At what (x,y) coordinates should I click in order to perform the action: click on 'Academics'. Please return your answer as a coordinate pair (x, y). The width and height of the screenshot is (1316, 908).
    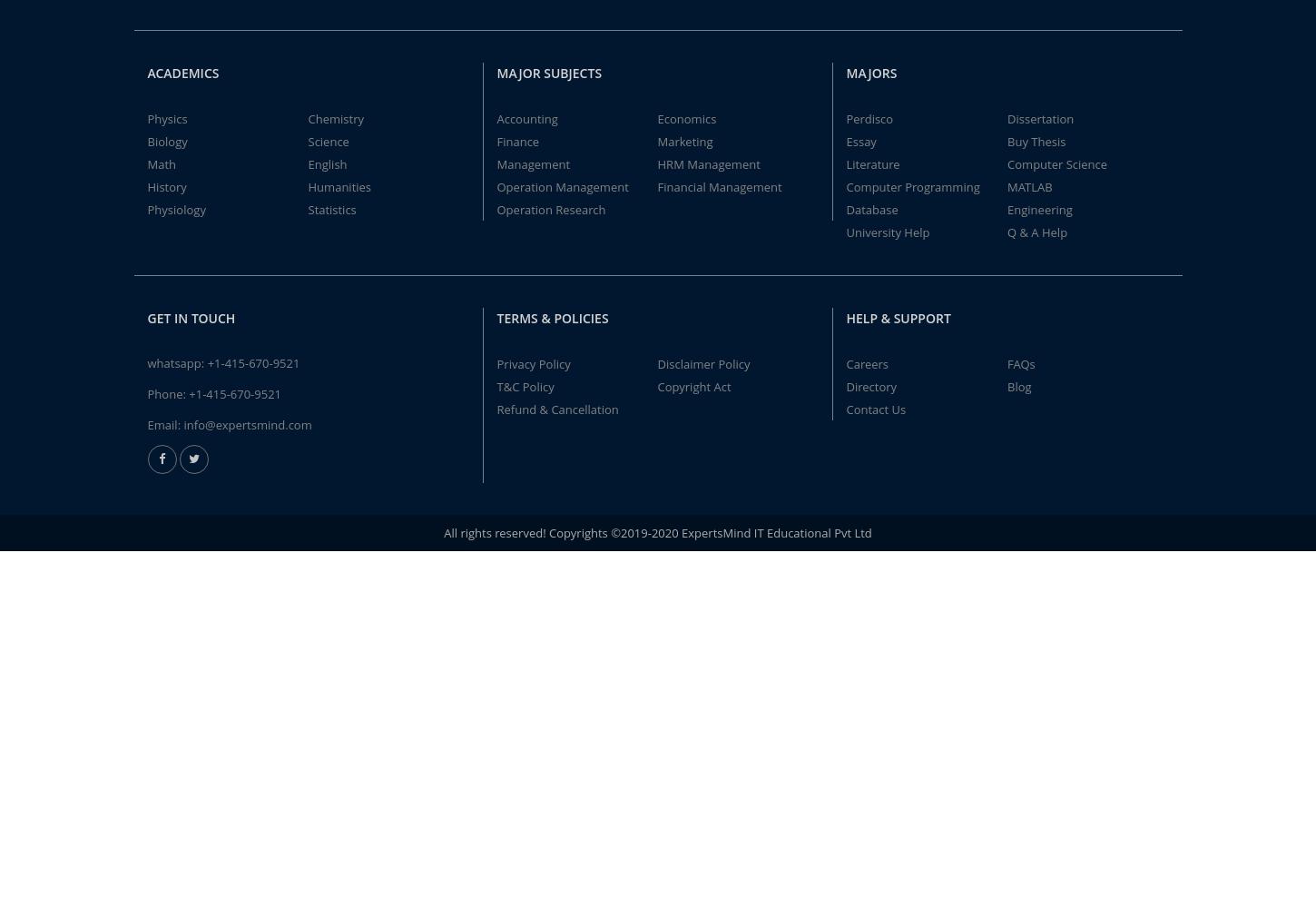
    Looking at the image, I should click on (145, 71).